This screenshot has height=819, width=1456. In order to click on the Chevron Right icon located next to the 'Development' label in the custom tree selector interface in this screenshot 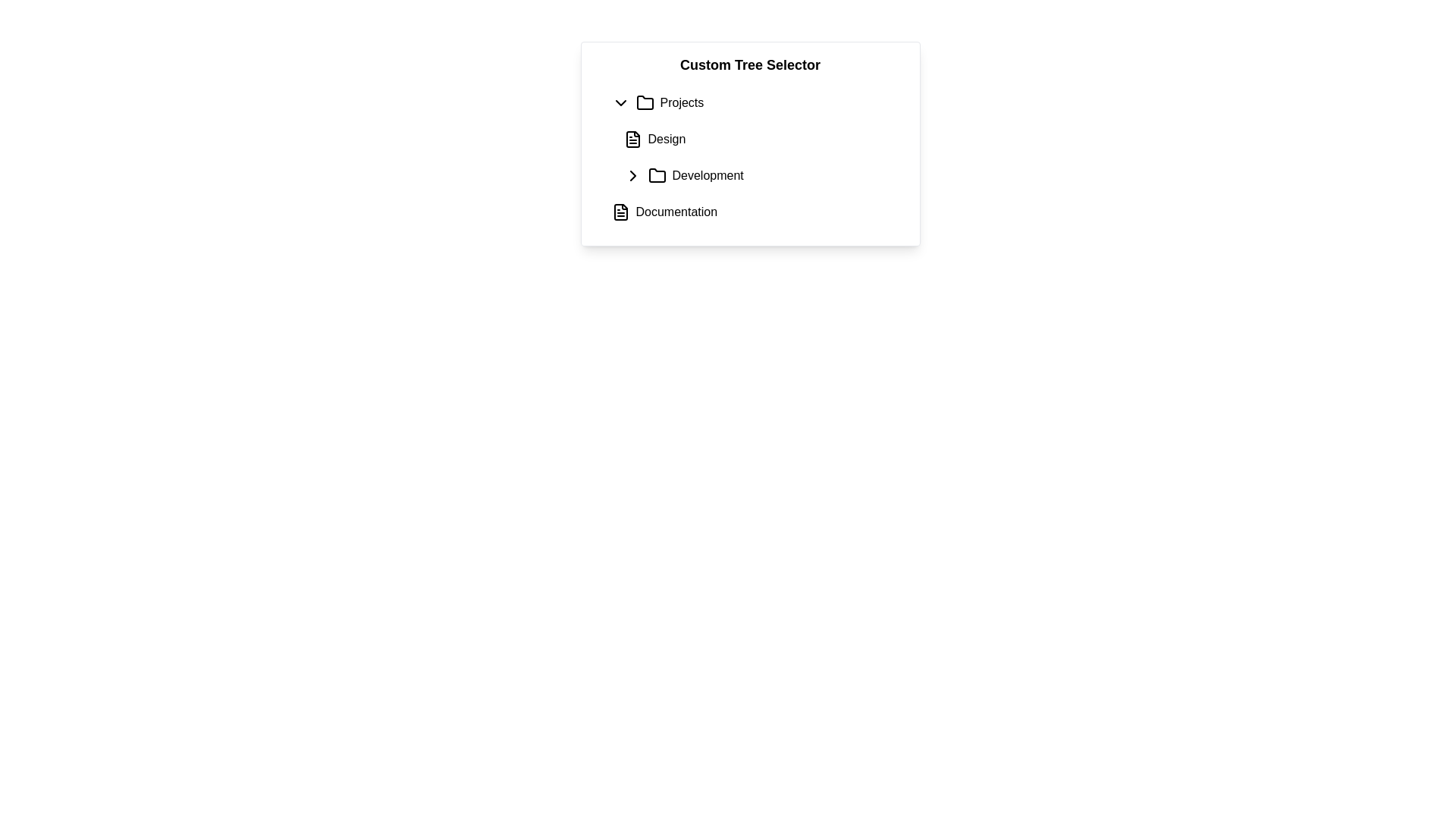, I will do `click(632, 174)`.